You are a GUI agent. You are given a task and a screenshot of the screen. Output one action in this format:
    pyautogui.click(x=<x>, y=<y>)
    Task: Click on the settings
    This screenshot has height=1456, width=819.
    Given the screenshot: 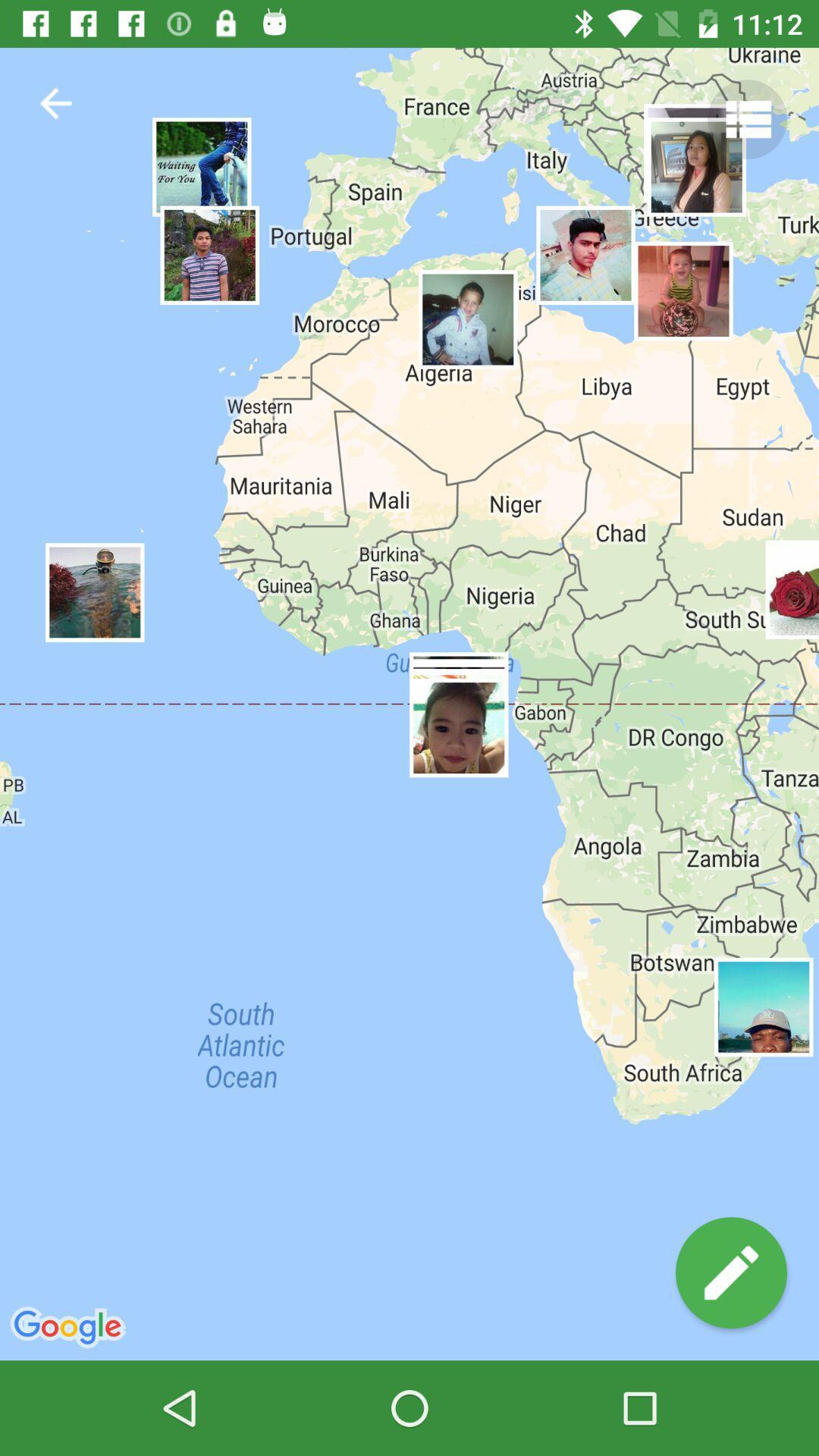 What is the action you would take?
    pyautogui.click(x=746, y=118)
    